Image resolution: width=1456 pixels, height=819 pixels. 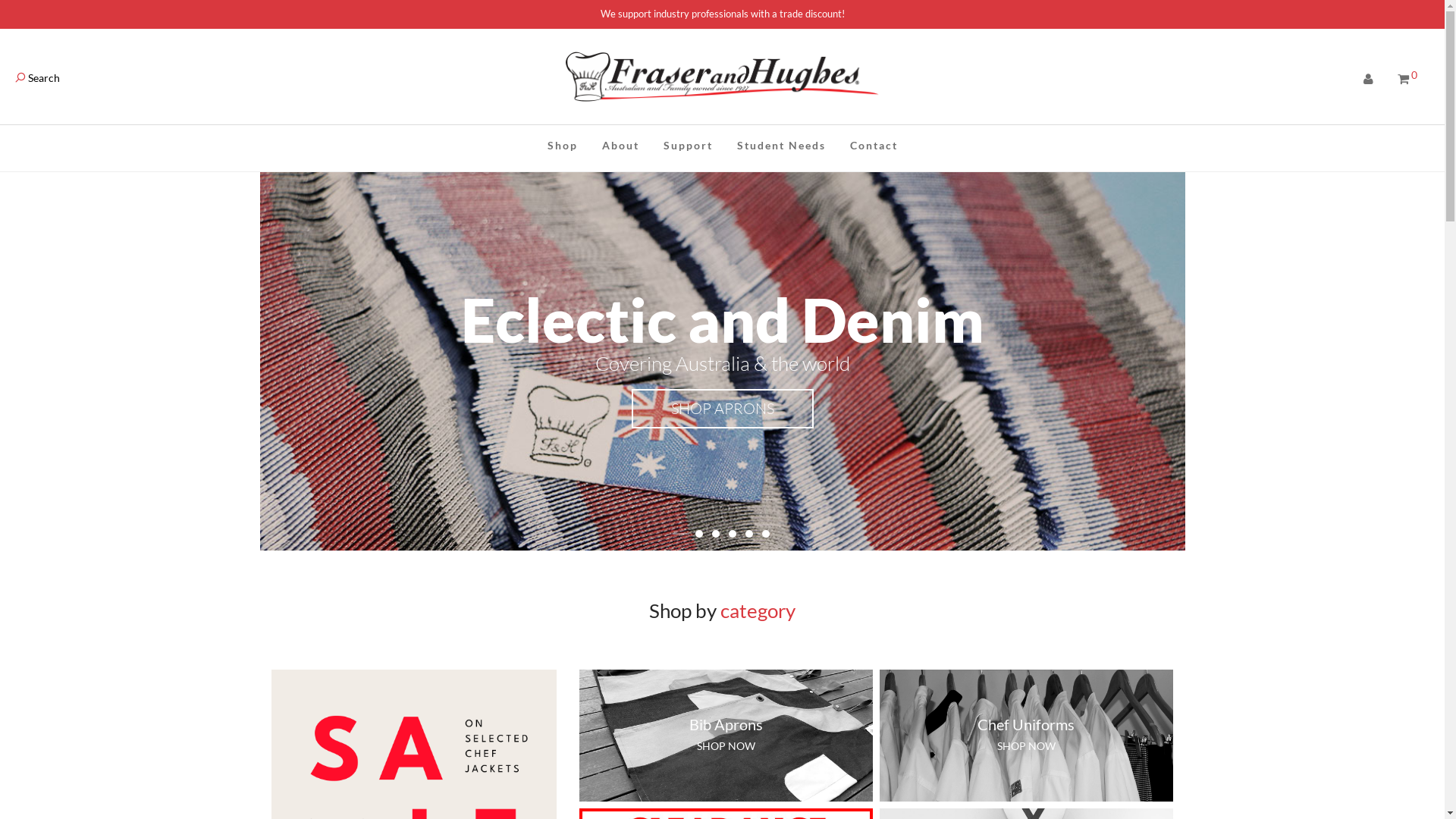 I want to click on '0', so click(x=1407, y=79).